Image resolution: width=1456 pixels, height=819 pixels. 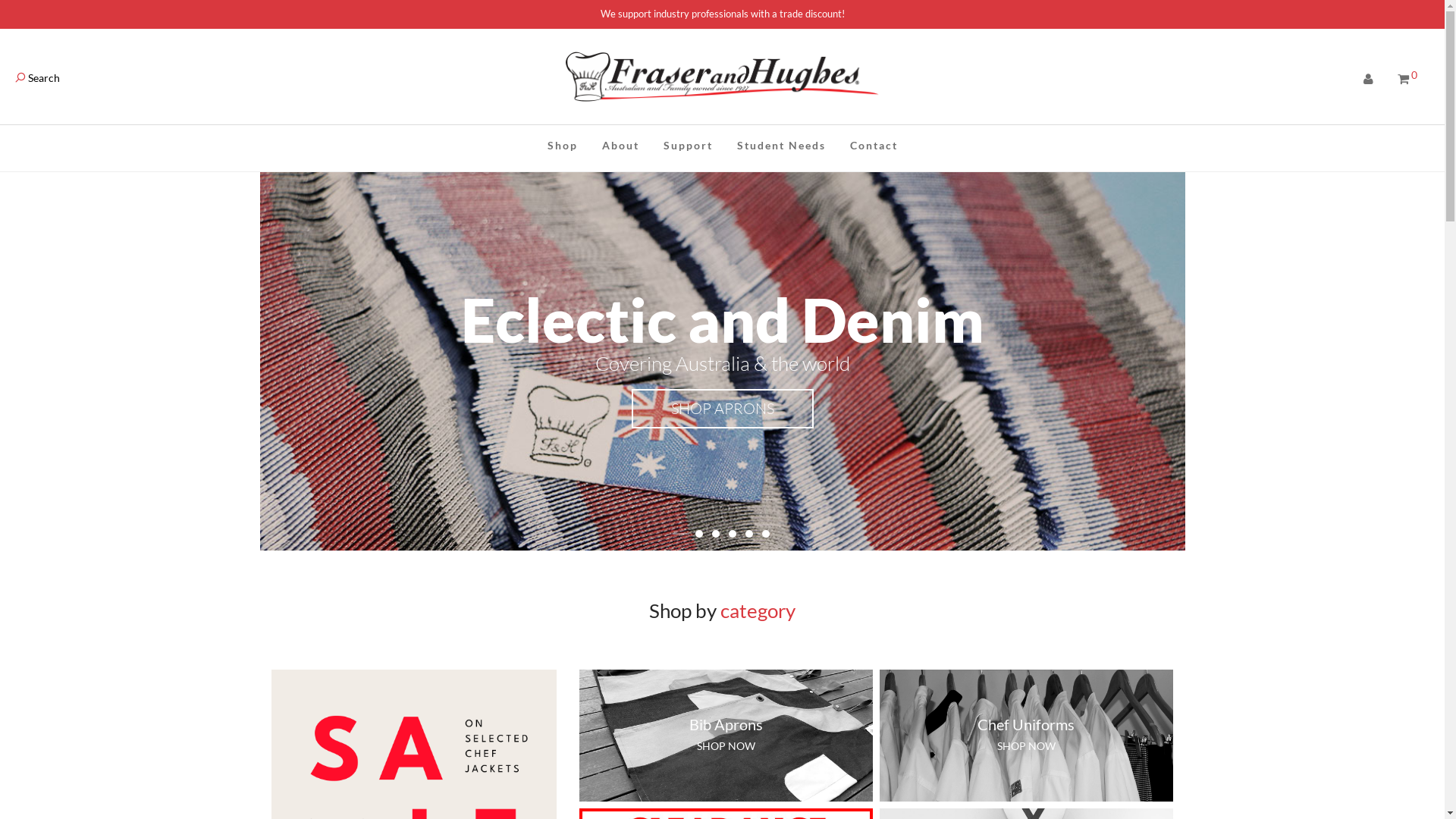 I want to click on '0', so click(x=1407, y=79).